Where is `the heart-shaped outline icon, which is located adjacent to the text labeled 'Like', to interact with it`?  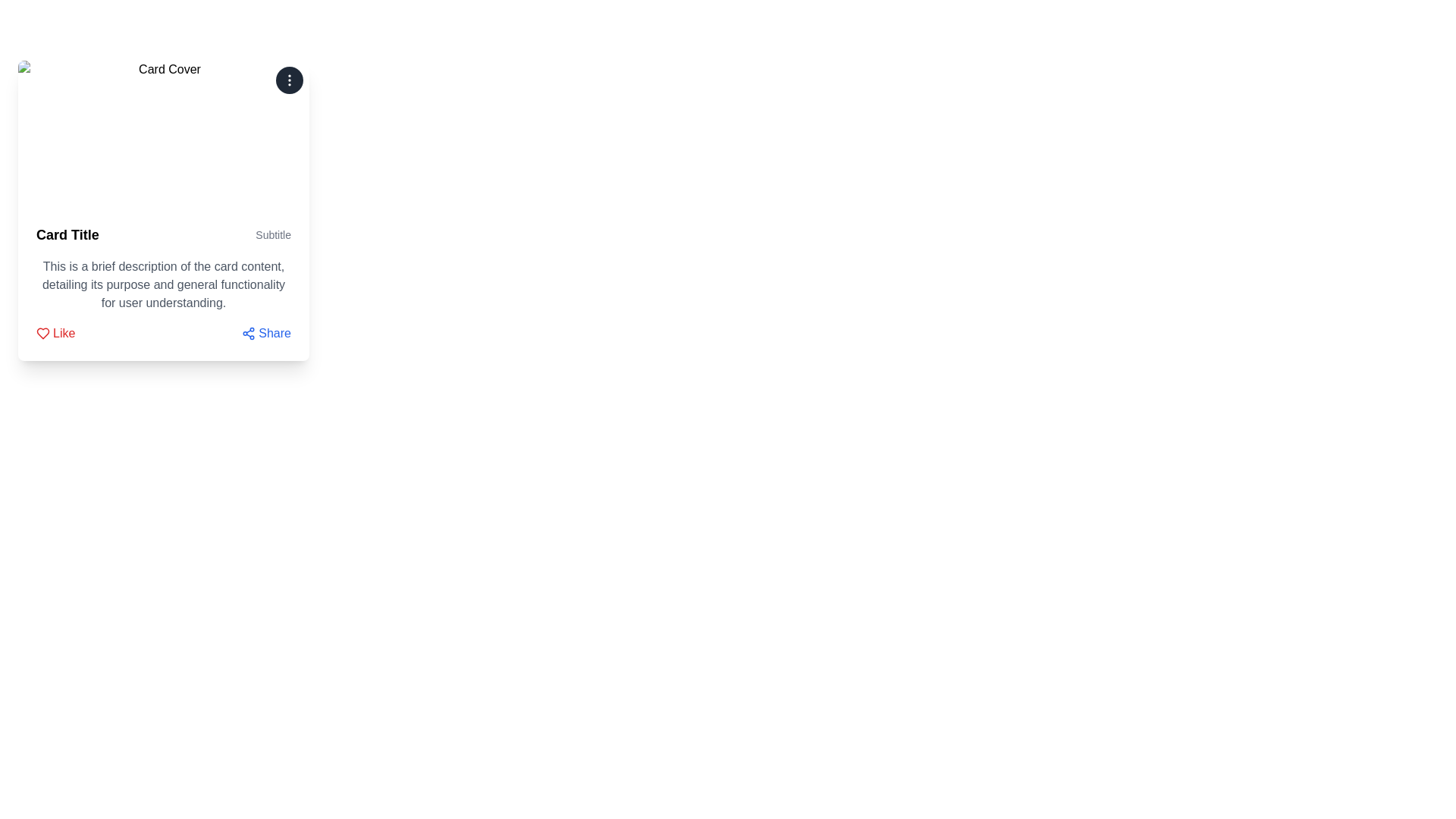
the heart-shaped outline icon, which is located adjacent to the text labeled 'Like', to interact with it is located at coordinates (43, 332).